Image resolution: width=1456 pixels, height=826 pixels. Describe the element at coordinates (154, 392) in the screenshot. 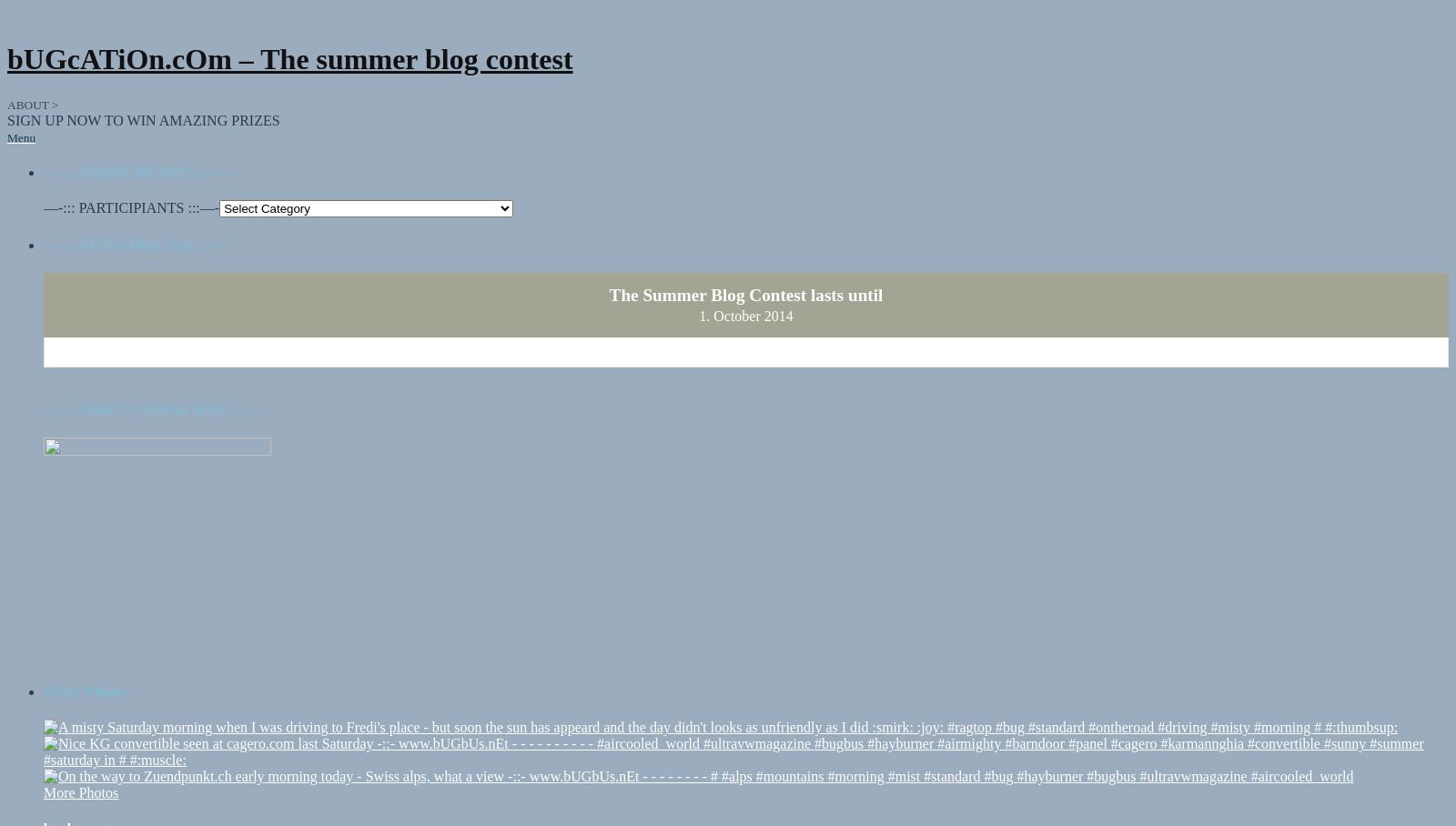

I see `'—-:::  WHO’S GONNA WIN? :::—-'` at that location.